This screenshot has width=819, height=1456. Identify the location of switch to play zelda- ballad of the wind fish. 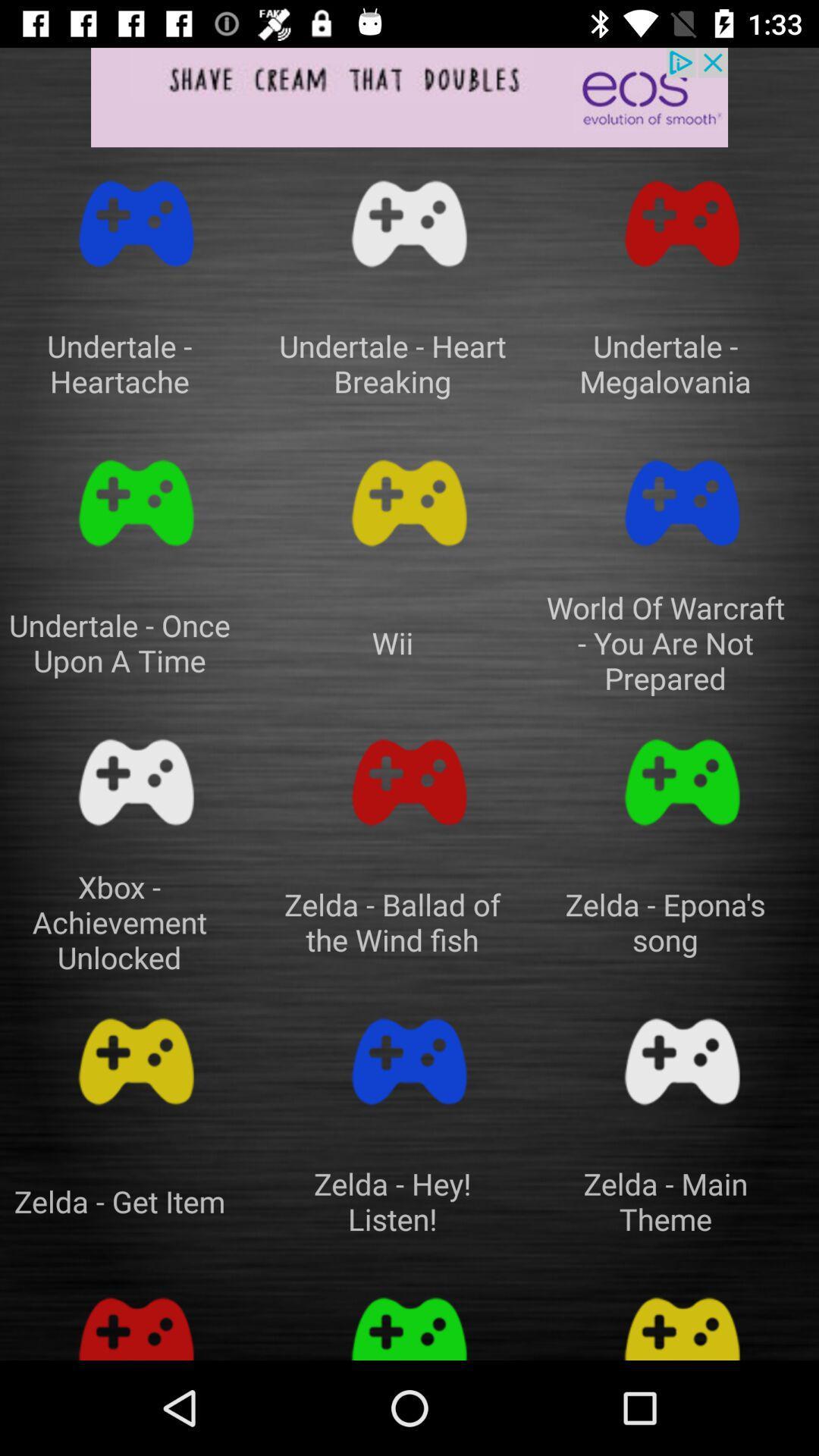
(409, 783).